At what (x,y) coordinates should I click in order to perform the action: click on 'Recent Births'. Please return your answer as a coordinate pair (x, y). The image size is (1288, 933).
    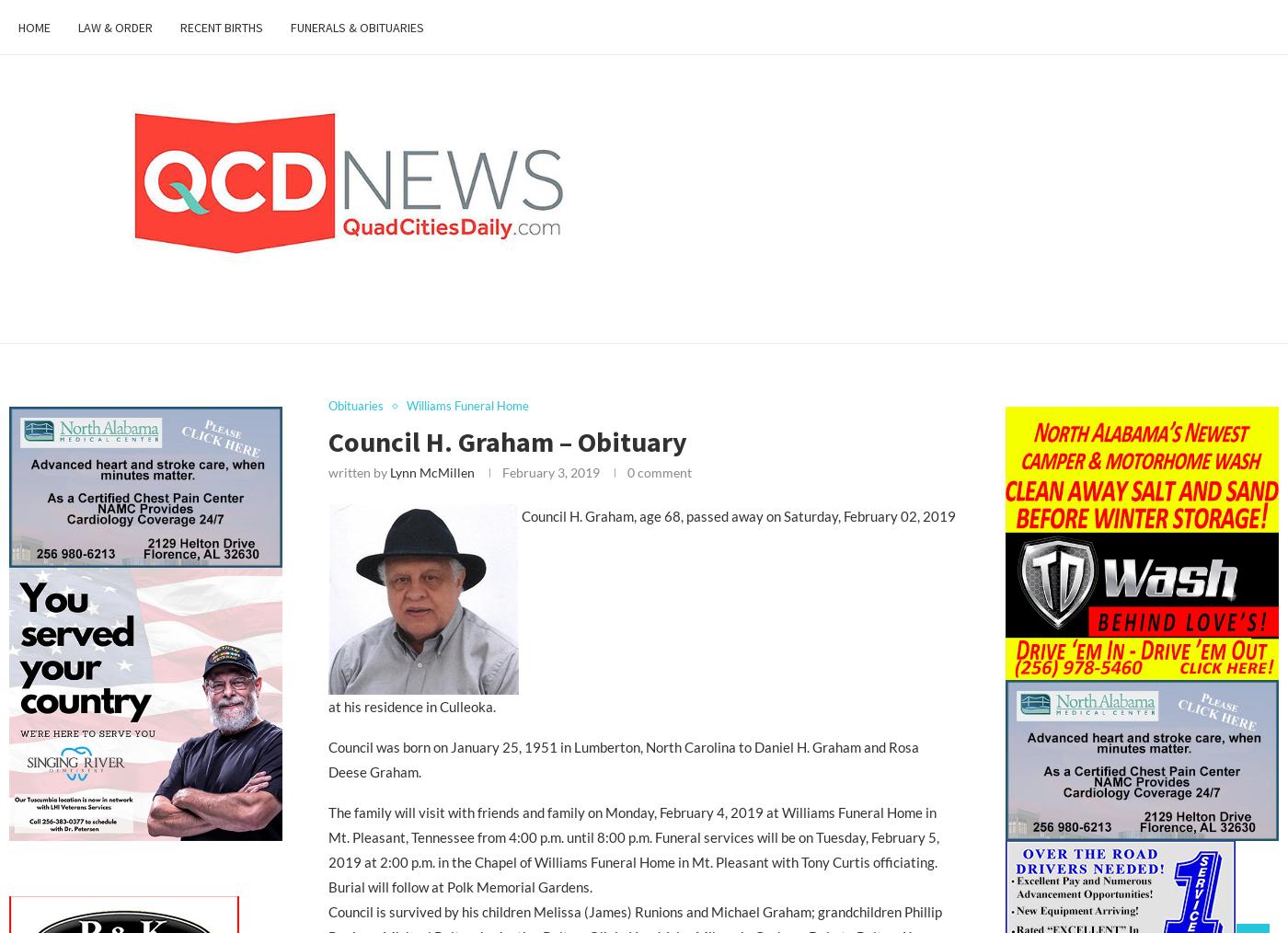
    Looking at the image, I should click on (221, 27).